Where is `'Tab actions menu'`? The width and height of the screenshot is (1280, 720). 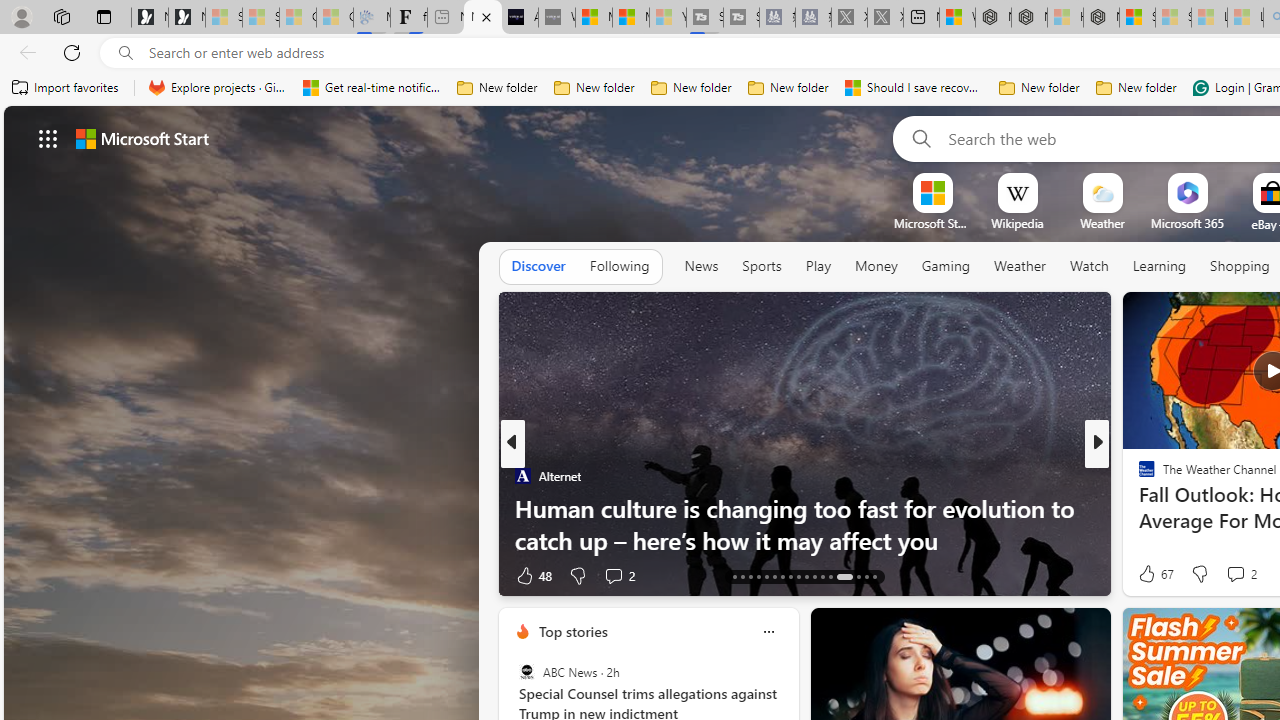 'Tab actions menu' is located at coordinates (103, 16).